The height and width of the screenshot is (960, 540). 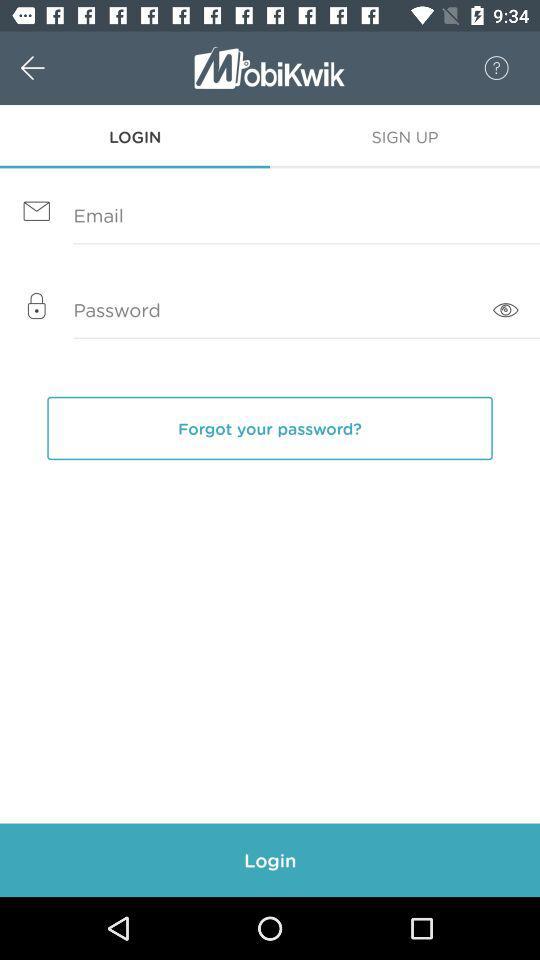 I want to click on the icon above the sign up icon, so click(x=485, y=68).